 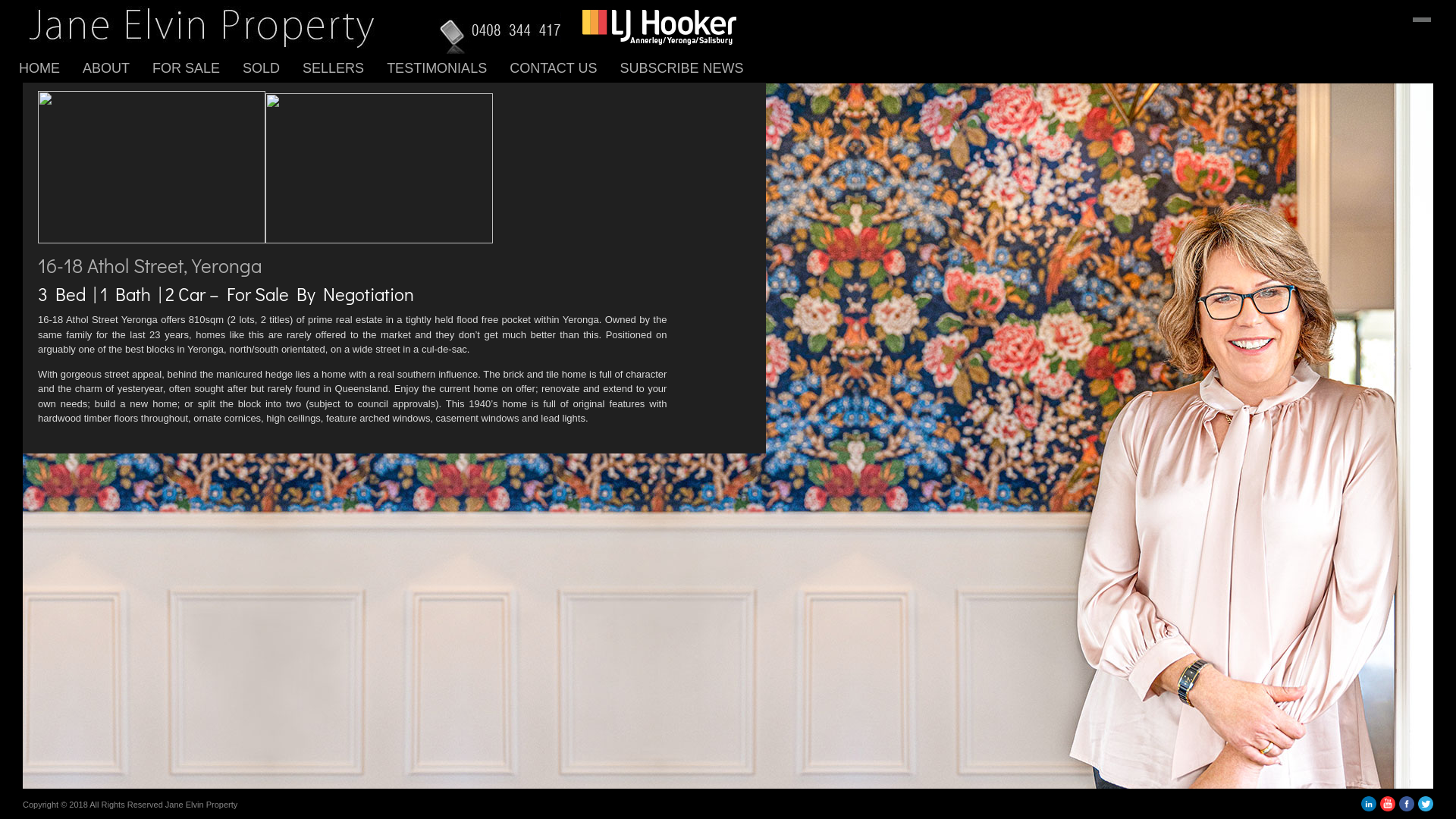 What do you see at coordinates (116, 67) in the screenshot?
I see `'ABOUT'` at bounding box center [116, 67].